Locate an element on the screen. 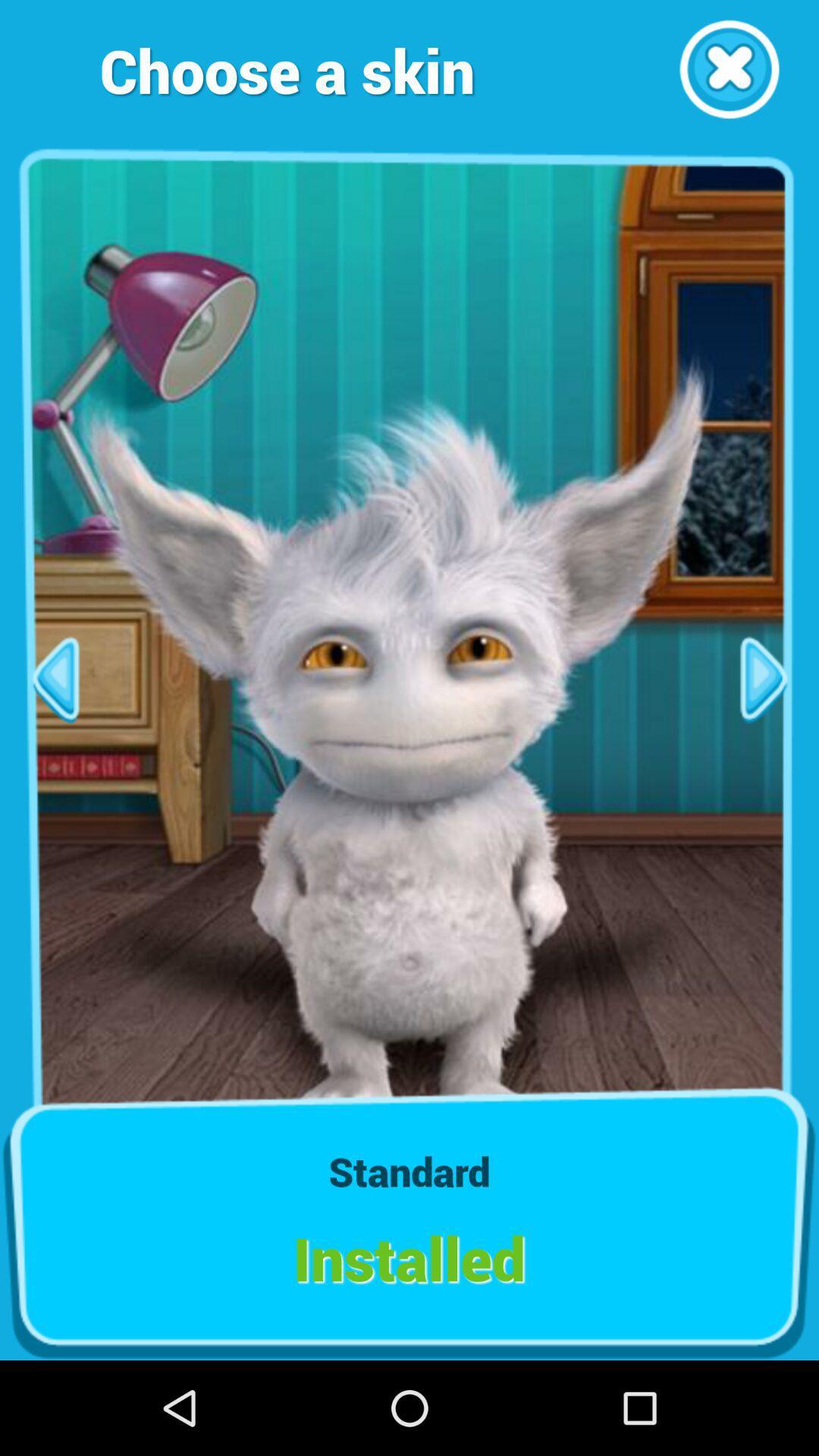  the arrow_backward icon is located at coordinates (54, 726).